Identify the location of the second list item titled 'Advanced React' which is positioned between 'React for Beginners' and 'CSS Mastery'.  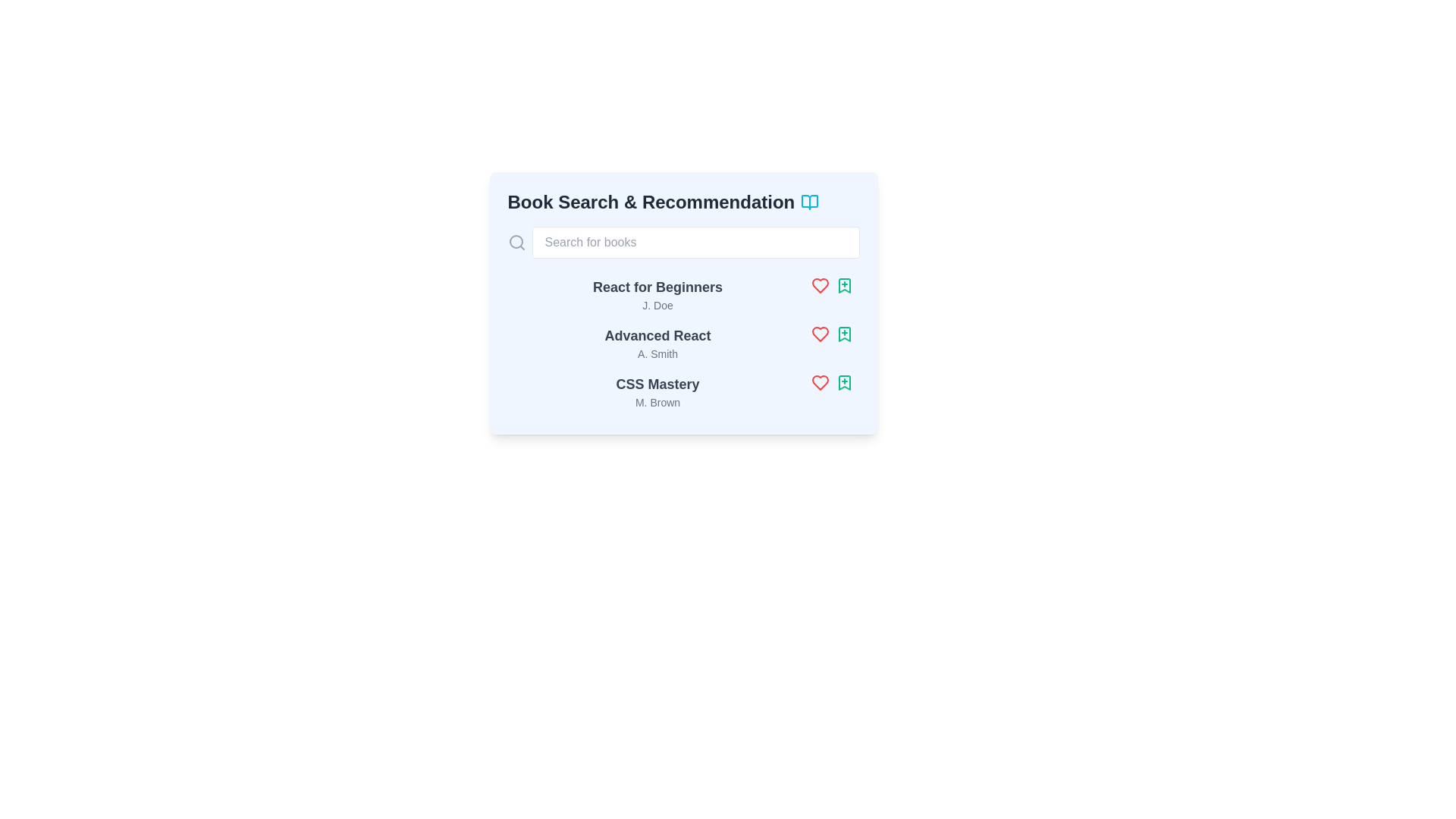
(657, 343).